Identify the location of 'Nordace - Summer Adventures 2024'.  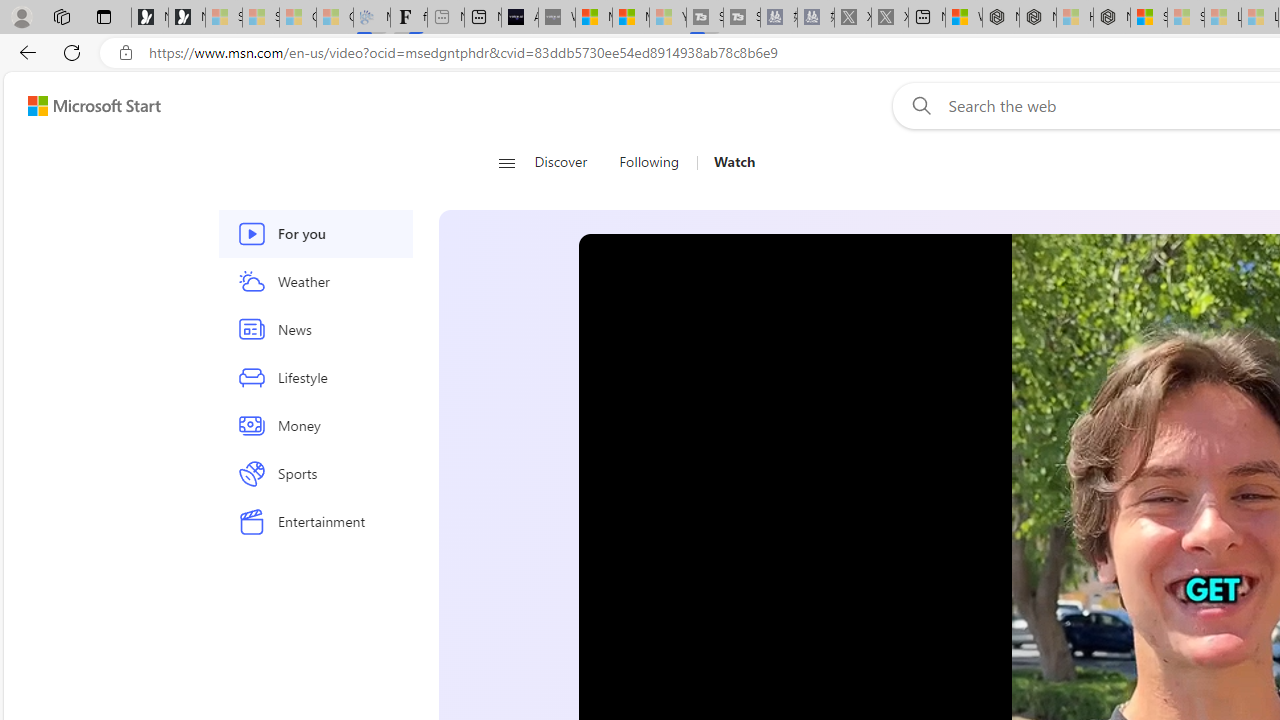
(1038, 17).